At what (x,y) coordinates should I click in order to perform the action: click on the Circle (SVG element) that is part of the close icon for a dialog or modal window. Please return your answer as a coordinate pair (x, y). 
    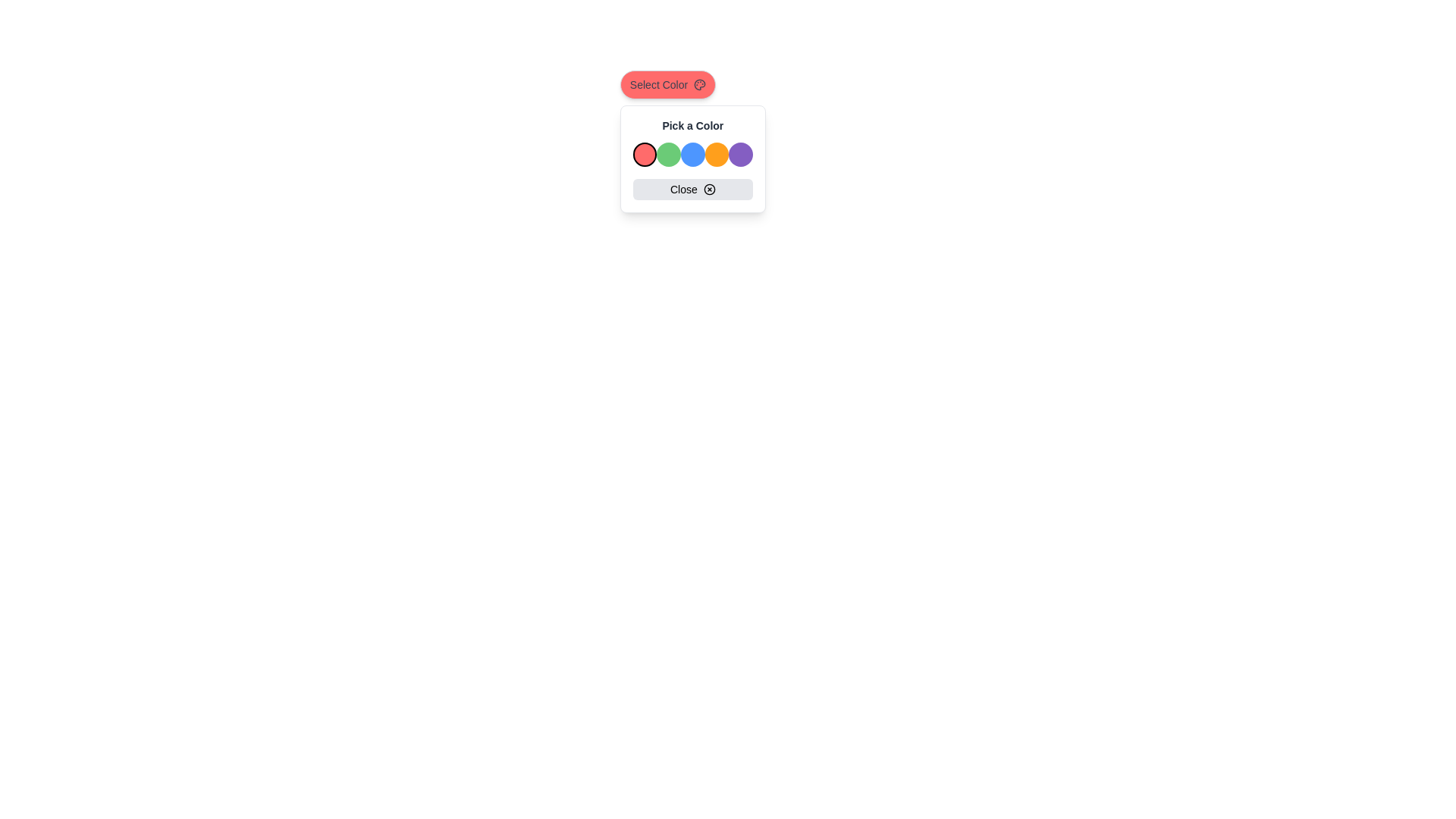
    Looking at the image, I should click on (708, 189).